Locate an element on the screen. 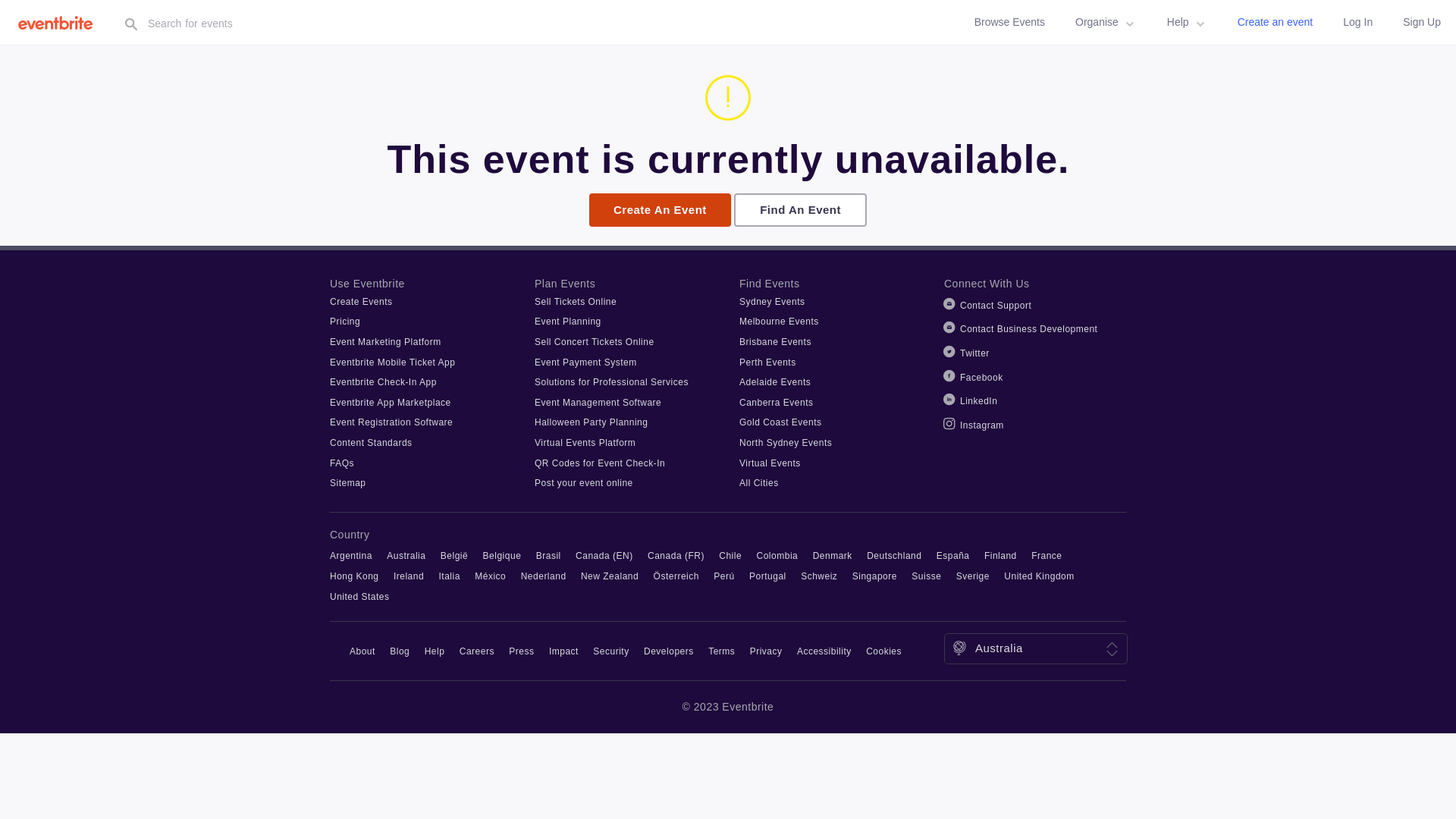 This screenshot has height=819, width=1456. 'Canberra Events' is located at coordinates (776, 402).